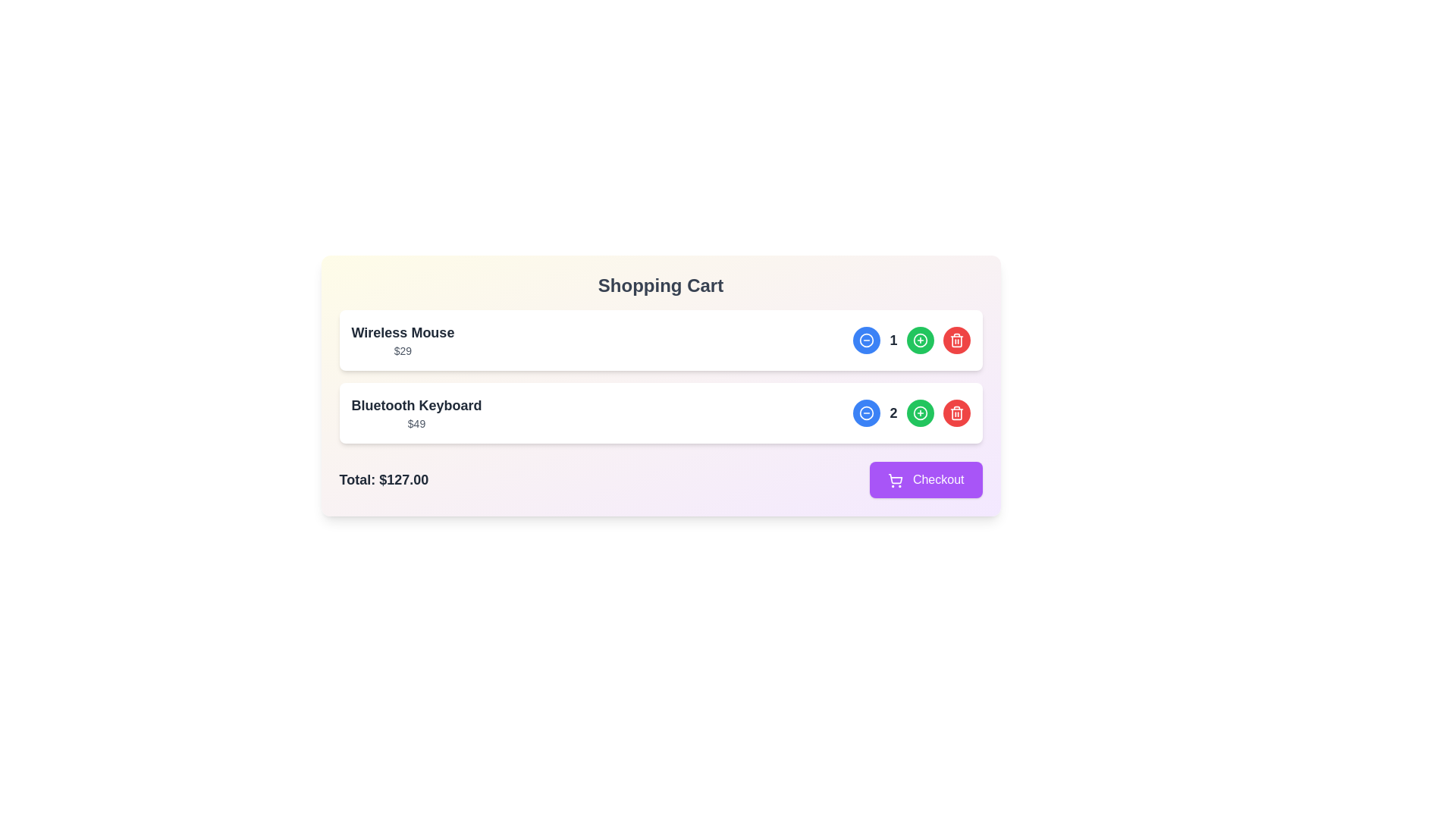 The width and height of the screenshot is (1456, 819). Describe the element at coordinates (919, 339) in the screenshot. I see `the increment button associated with the 'Wireless Mouse' item in the shopping cart to increase the quantity by one` at that location.